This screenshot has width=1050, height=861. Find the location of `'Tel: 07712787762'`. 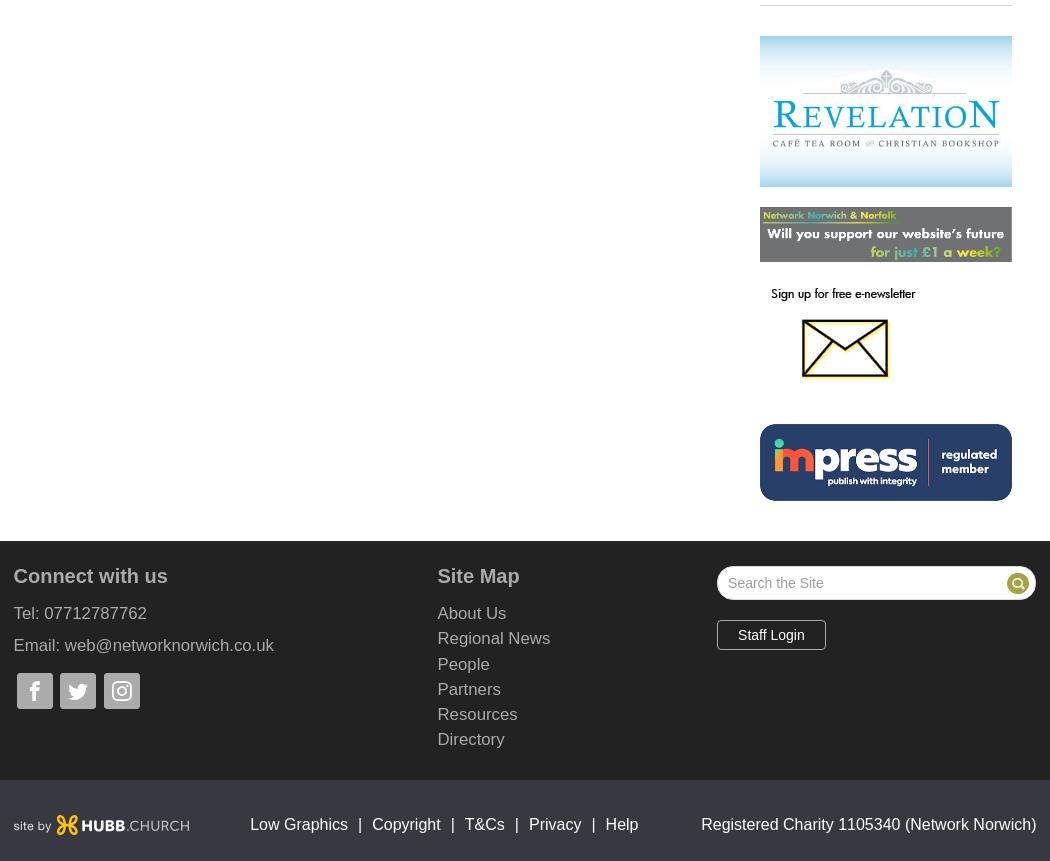

'Tel: 07712787762' is located at coordinates (79, 612).